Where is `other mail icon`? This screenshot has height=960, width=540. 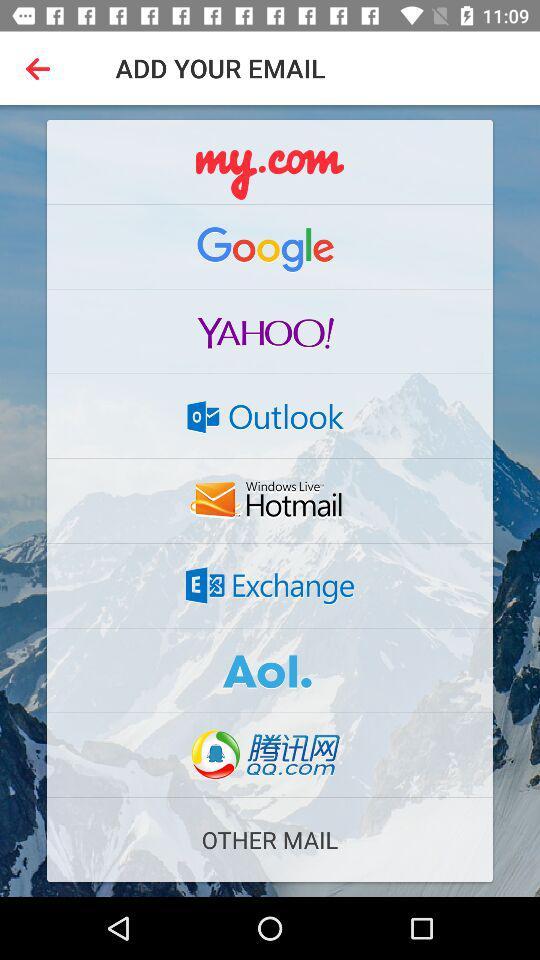
other mail icon is located at coordinates (270, 840).